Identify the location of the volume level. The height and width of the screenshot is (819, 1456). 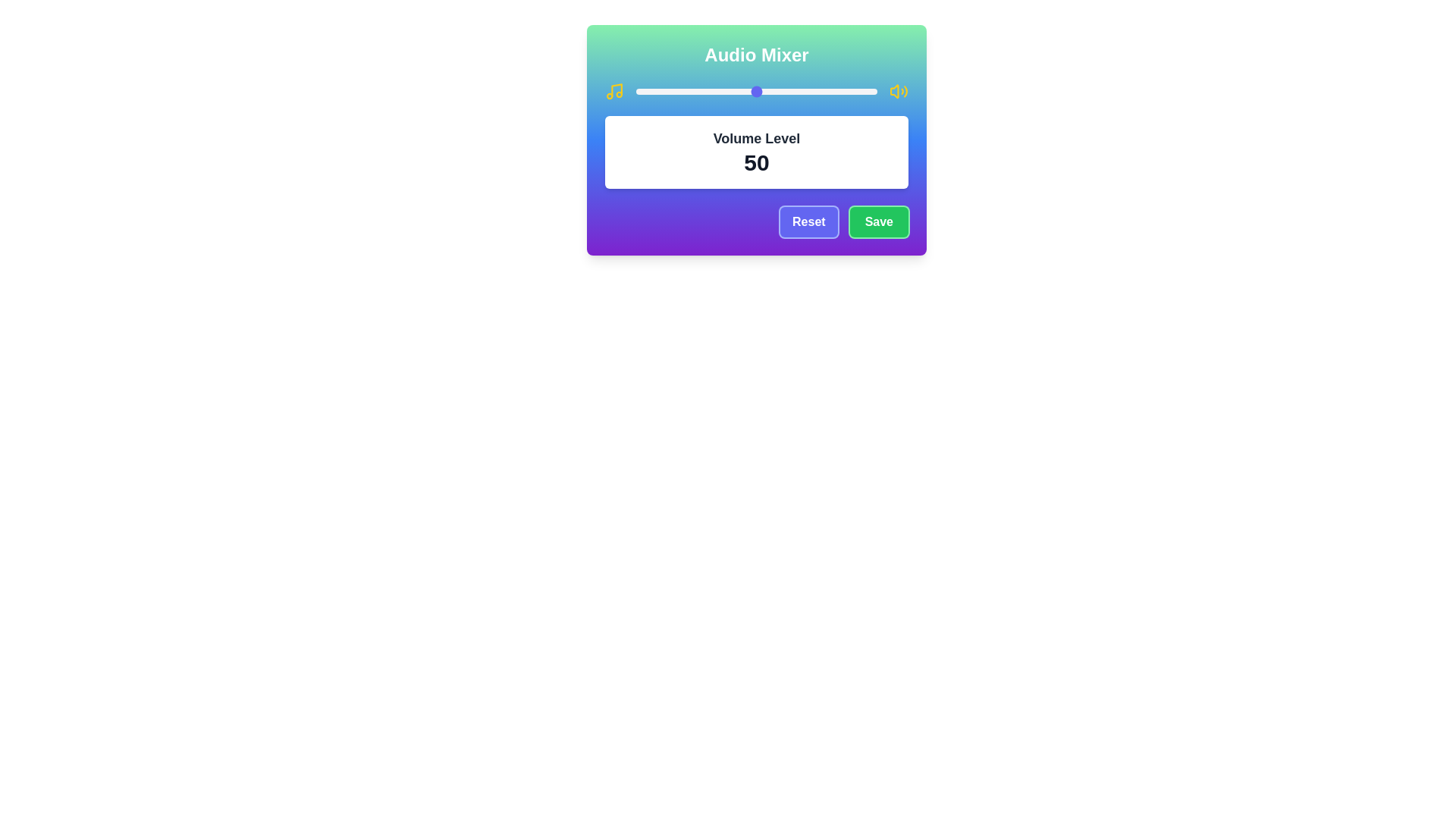
(710, 91).